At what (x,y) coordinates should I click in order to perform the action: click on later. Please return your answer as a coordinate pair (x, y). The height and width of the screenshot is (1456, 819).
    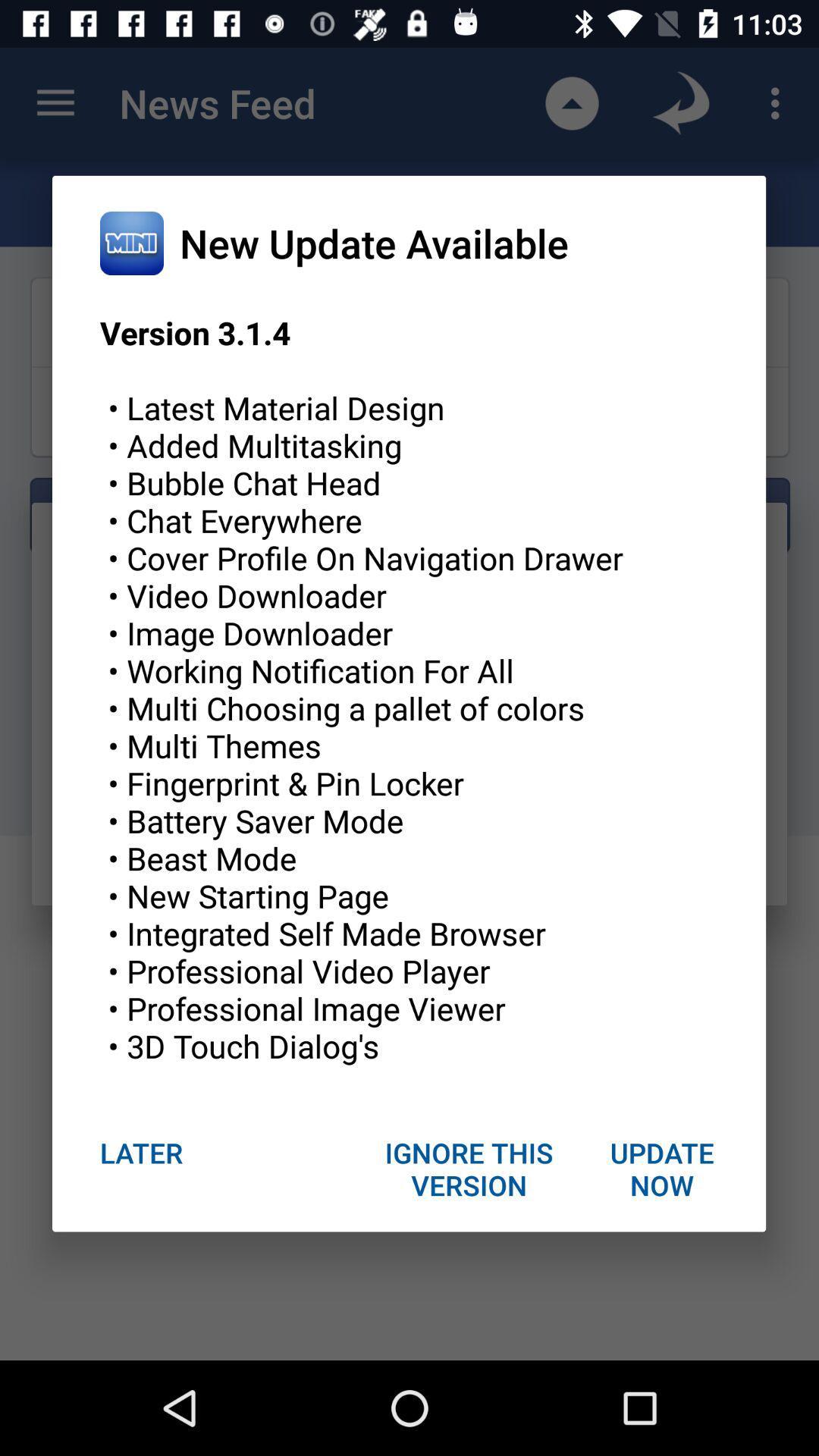
    Looking at the image, I should click on (141, 1153).